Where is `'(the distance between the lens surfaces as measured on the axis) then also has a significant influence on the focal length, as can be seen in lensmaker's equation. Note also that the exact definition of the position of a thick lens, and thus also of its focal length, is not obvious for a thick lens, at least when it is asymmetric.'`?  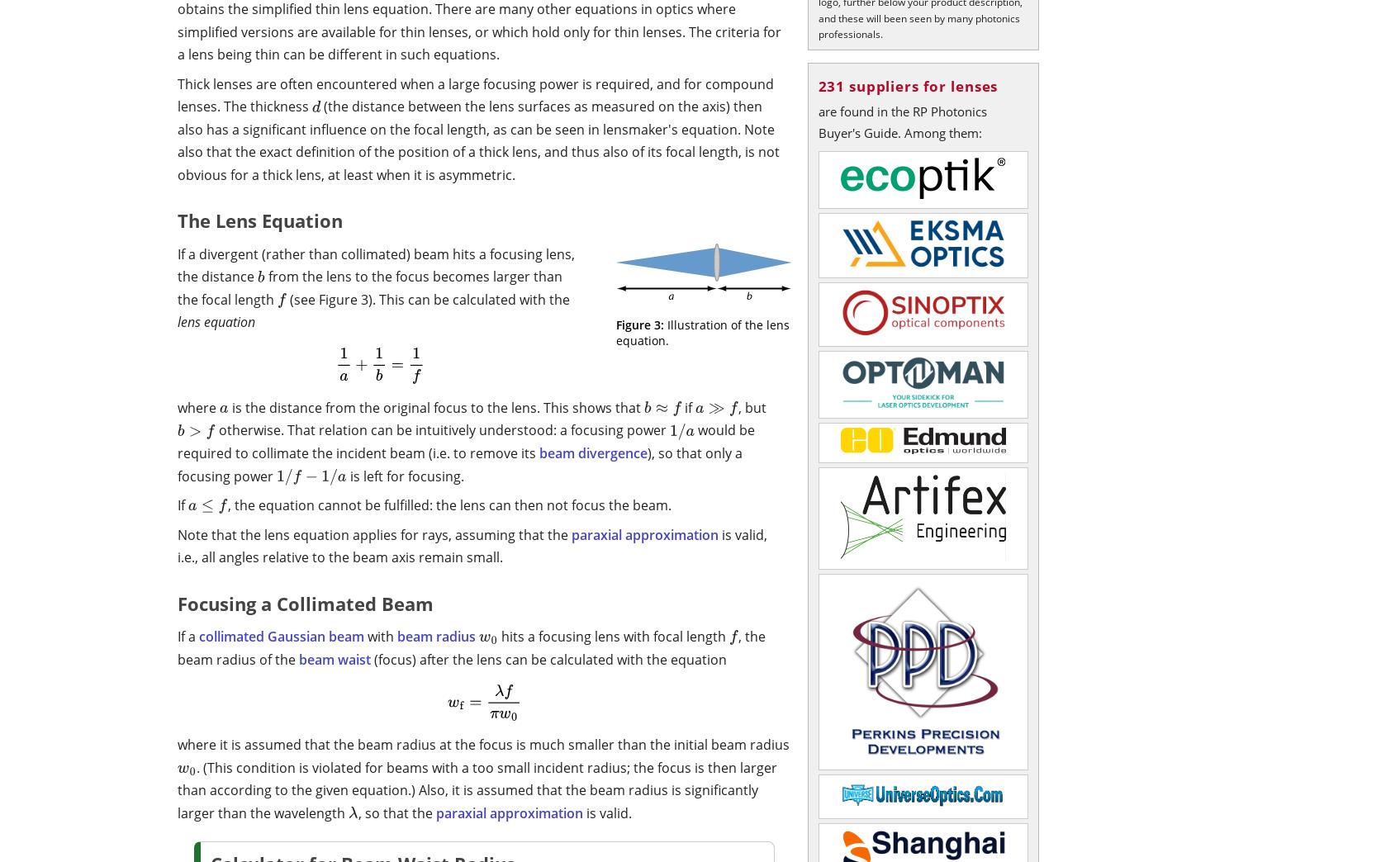
'(the distance between the lens surfaces as measured on the axis) then also has a significant influence on the focal length, as can be seen in lensmaker's equation. Note also that the exact definition of the position of a thick lens, and thus also of its focal length, is not obvious for a thick lens, at least when it is asymmetric.' is located at coordinates (176, 139).